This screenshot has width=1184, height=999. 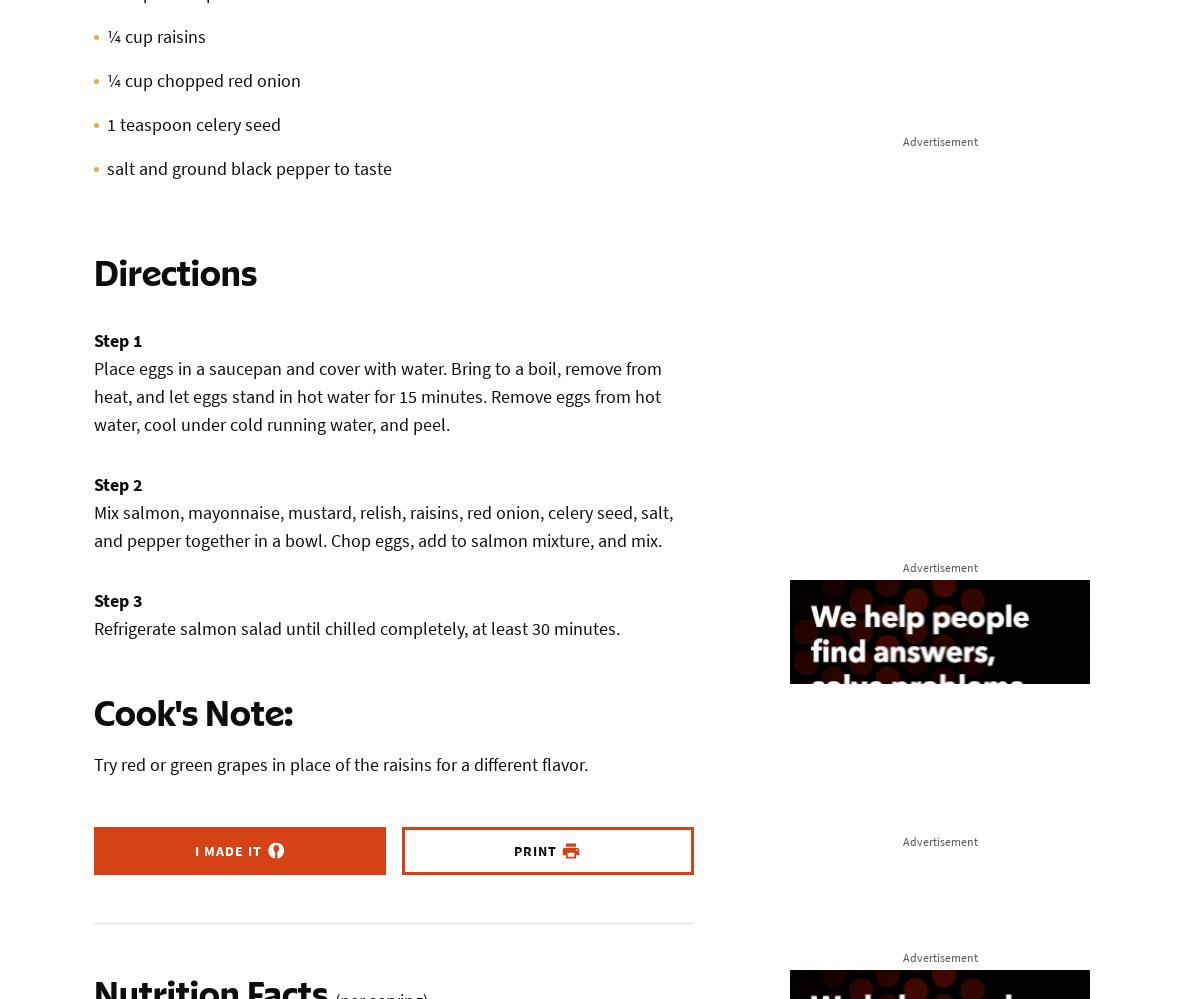 What do you see at coordinates (378, 395) in the screenshot?
I see `'Place eggs in a saucepan and cover with water. Bring to a boil, remove from heat, and let eggs stand in hot water for 15 minutes. Remove eggs from hot water, cool under cold running water, and peel.'` at bounding box center [378, 395].